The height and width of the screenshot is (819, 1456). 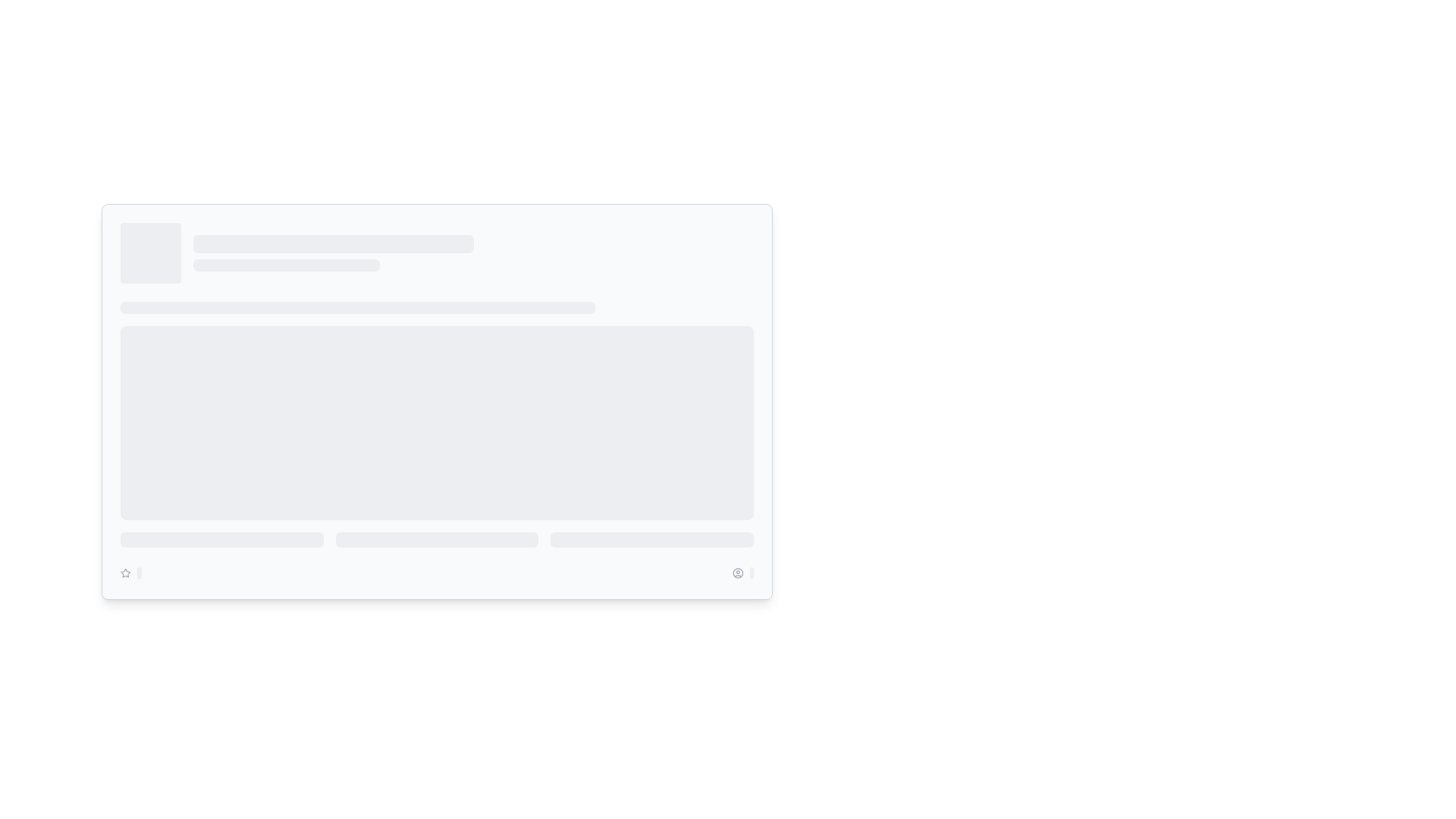 I want to click on the Skeleton loader bar, which is a light gray rounded rectangle indicating a loading state and positioned below a longer placeholder bar, so click(x=287, y=265).